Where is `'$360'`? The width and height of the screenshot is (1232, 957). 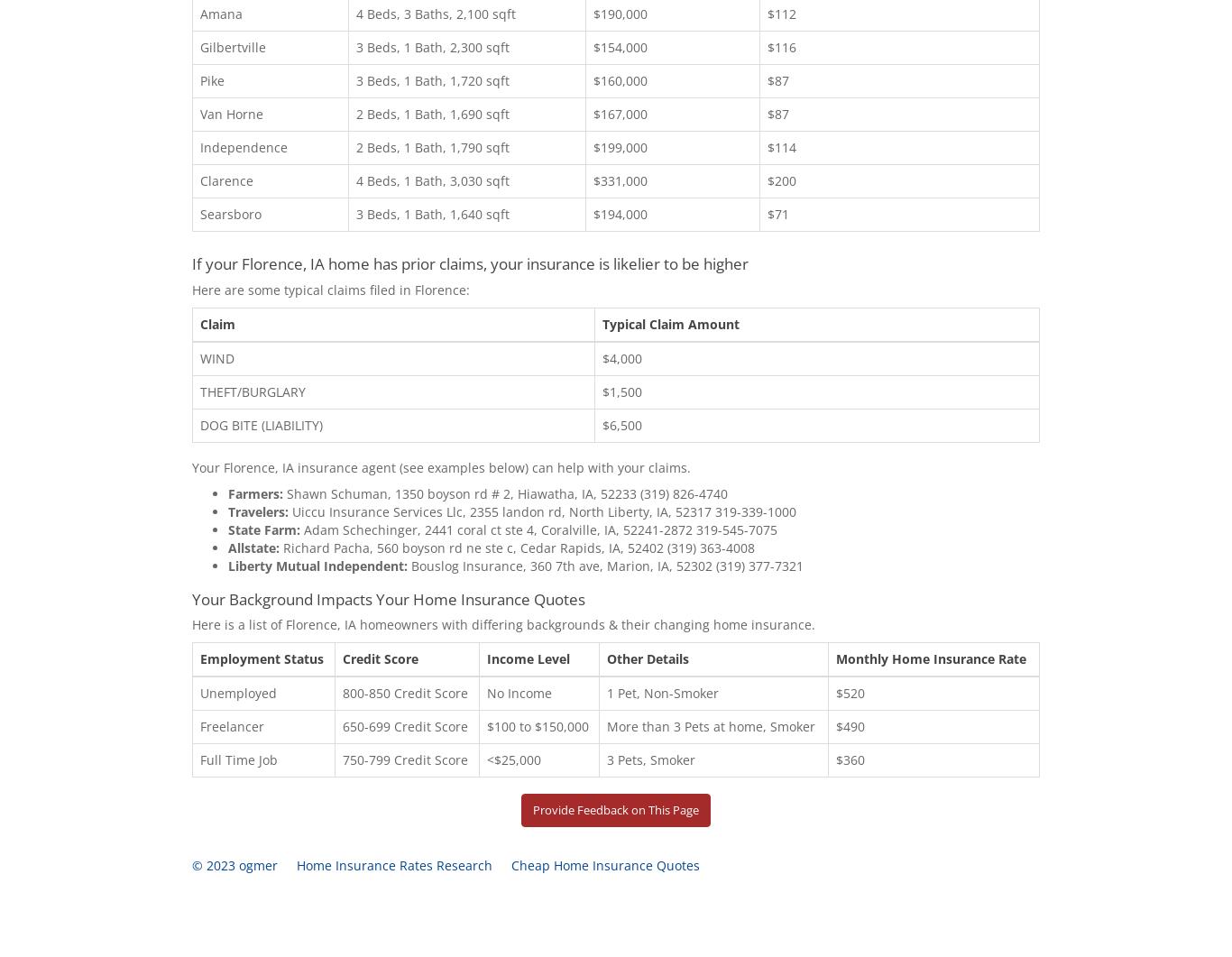 '$360' is located at coordinates (835, 759).